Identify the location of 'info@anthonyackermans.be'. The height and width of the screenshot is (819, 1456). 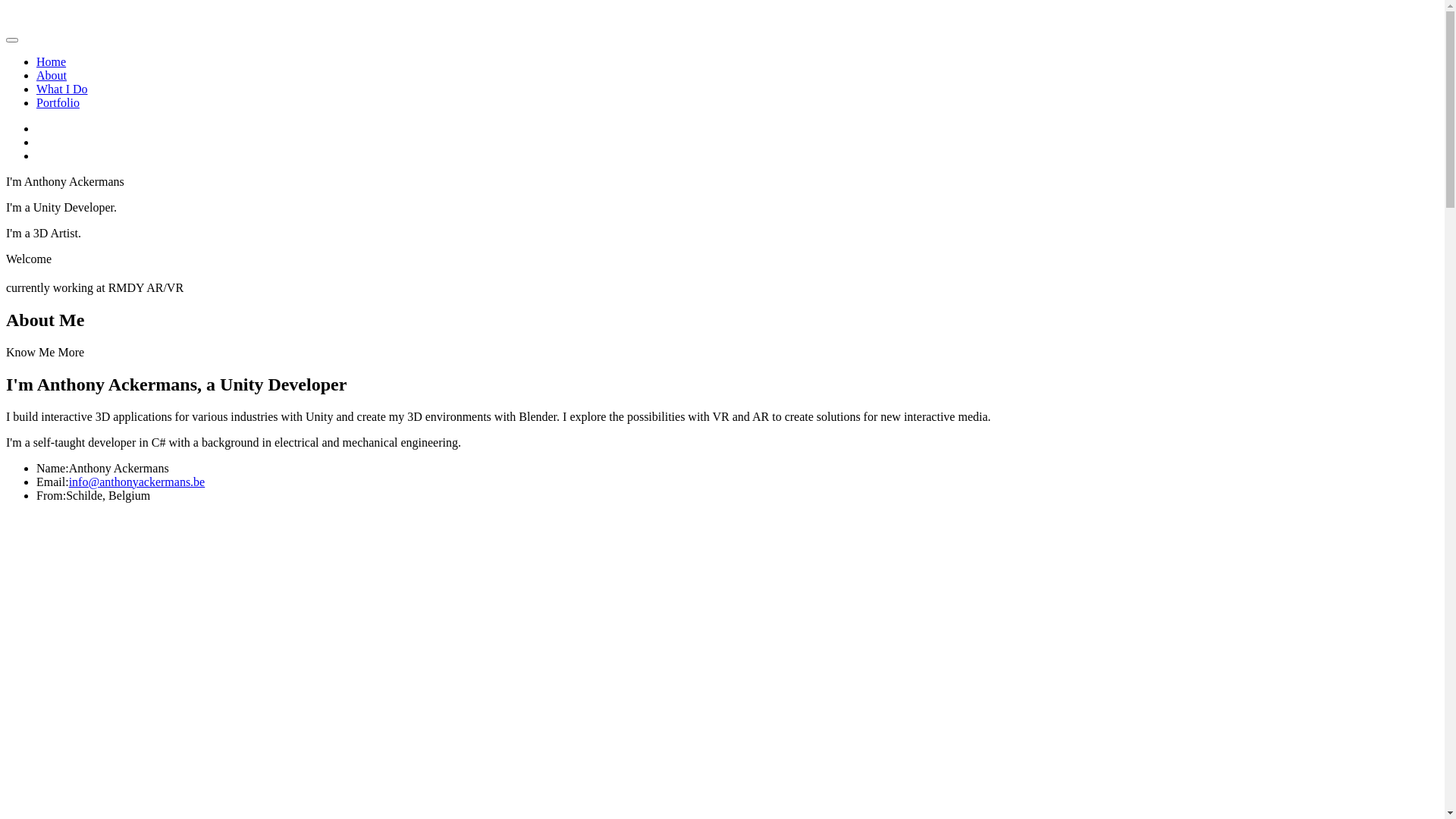
(137, 482).